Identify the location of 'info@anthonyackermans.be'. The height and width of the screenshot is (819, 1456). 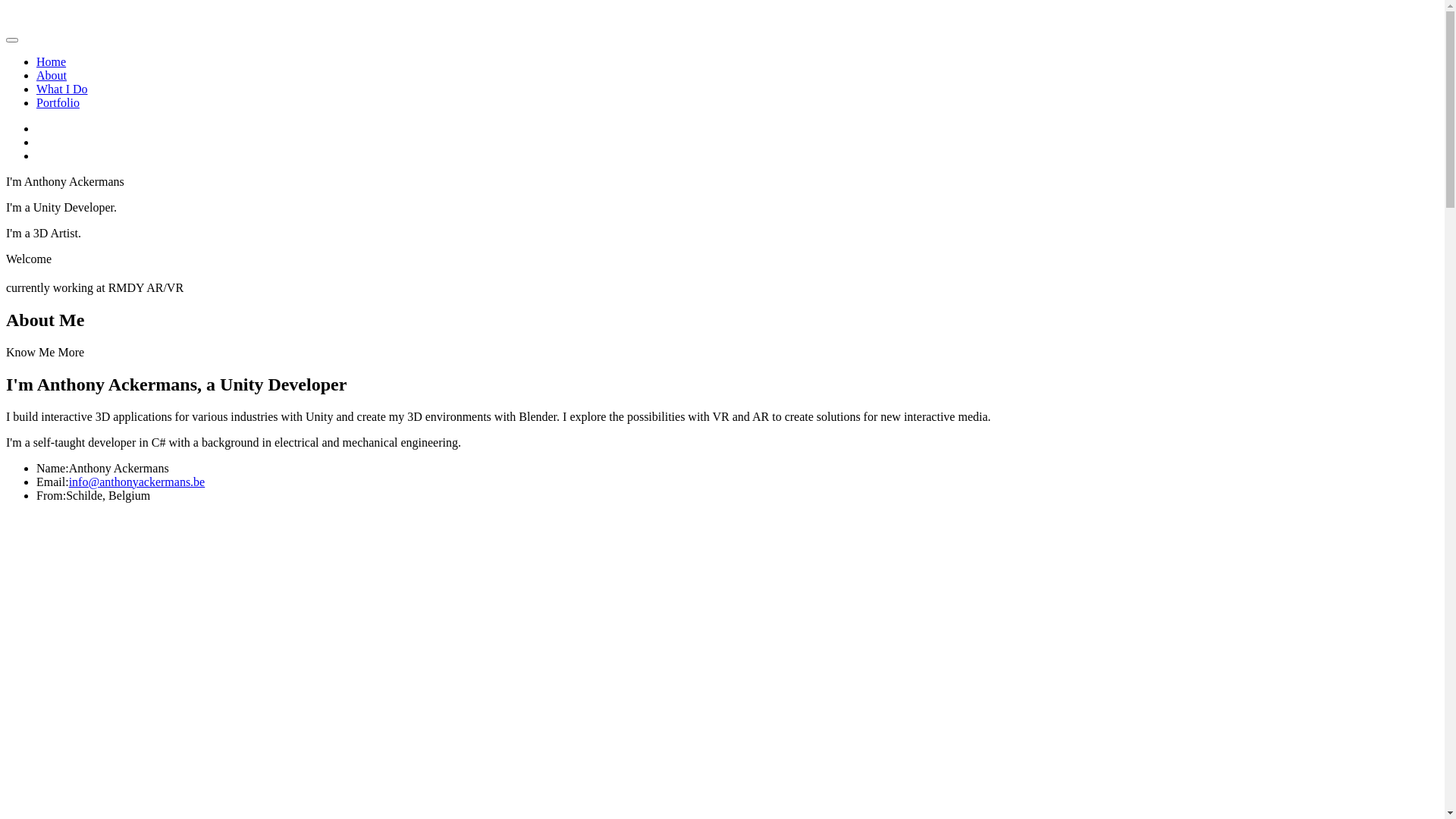
(137, 482).